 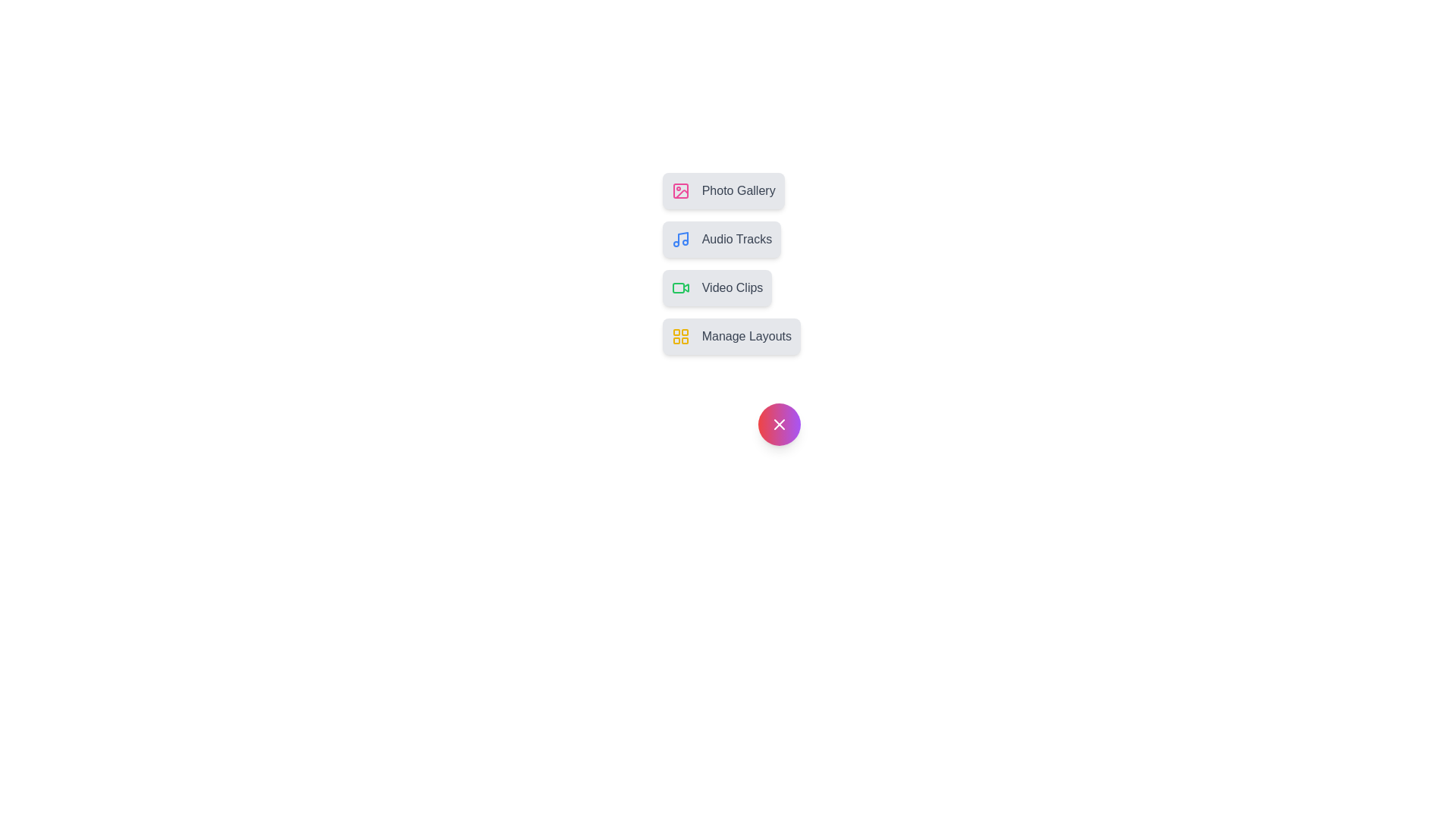 I want to click on the pink-tinted diagonal line segment of the SVG element that is part of the 'Photo Gallery' icon, located in the upper-left section of the categorized functionalities list, so click(x=681, y=193).